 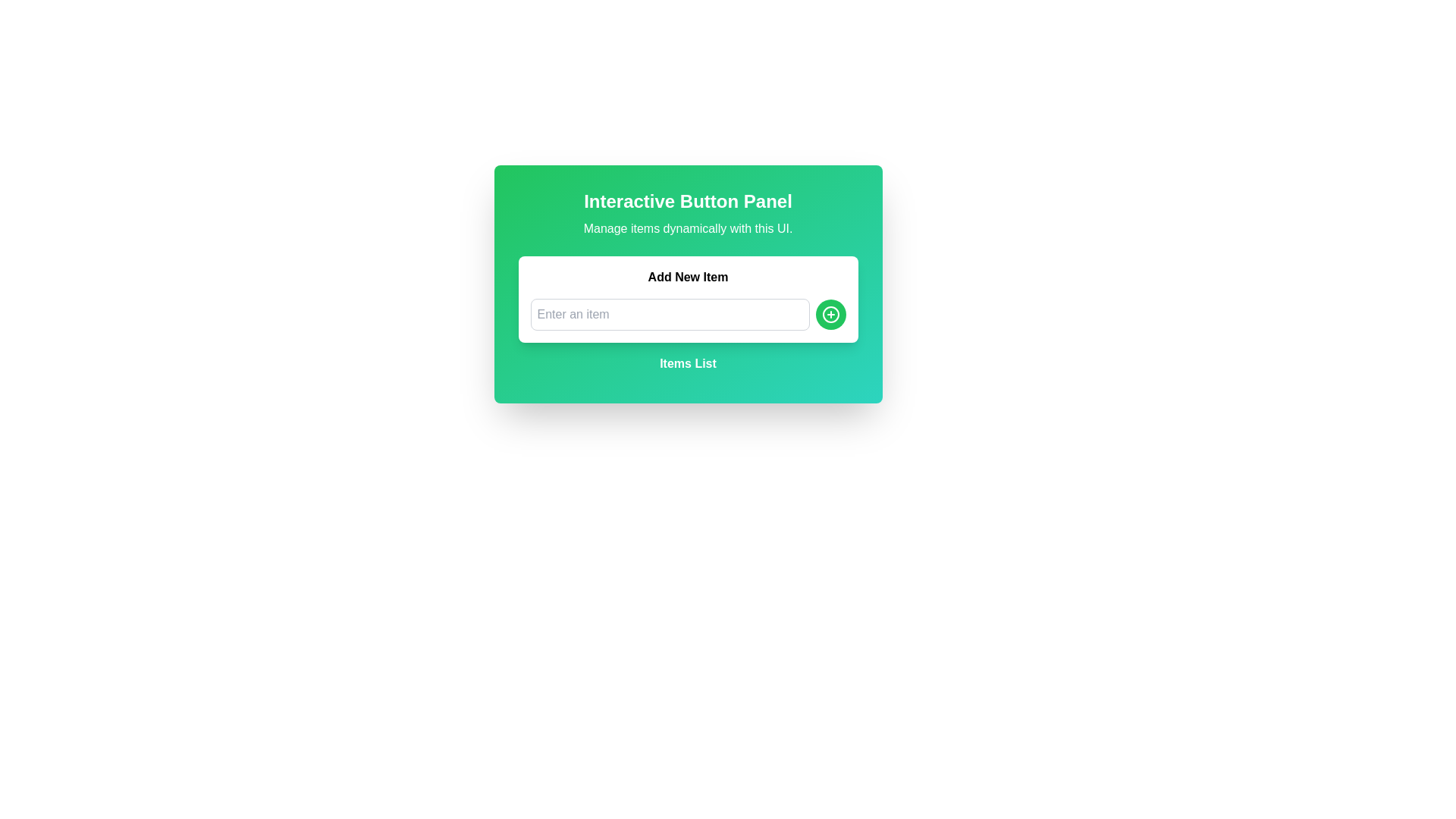 I want to click on the Text label that serves as a title for the panel, located at the top of the central content box above the subtitle 'Manage items dynamically with this UI.', so click(x=687, y=201).